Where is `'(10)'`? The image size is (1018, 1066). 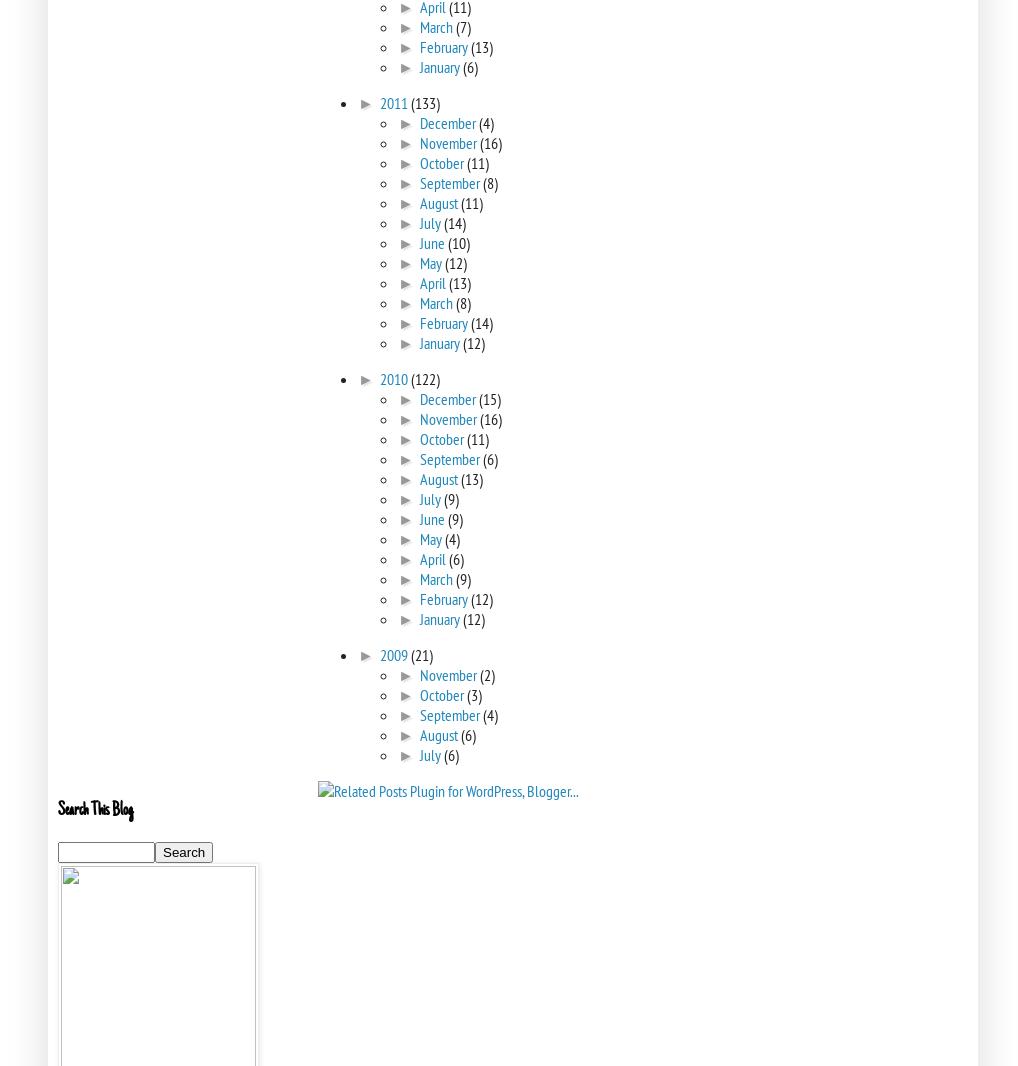
'(10)' is located at coordinates (456, 242).